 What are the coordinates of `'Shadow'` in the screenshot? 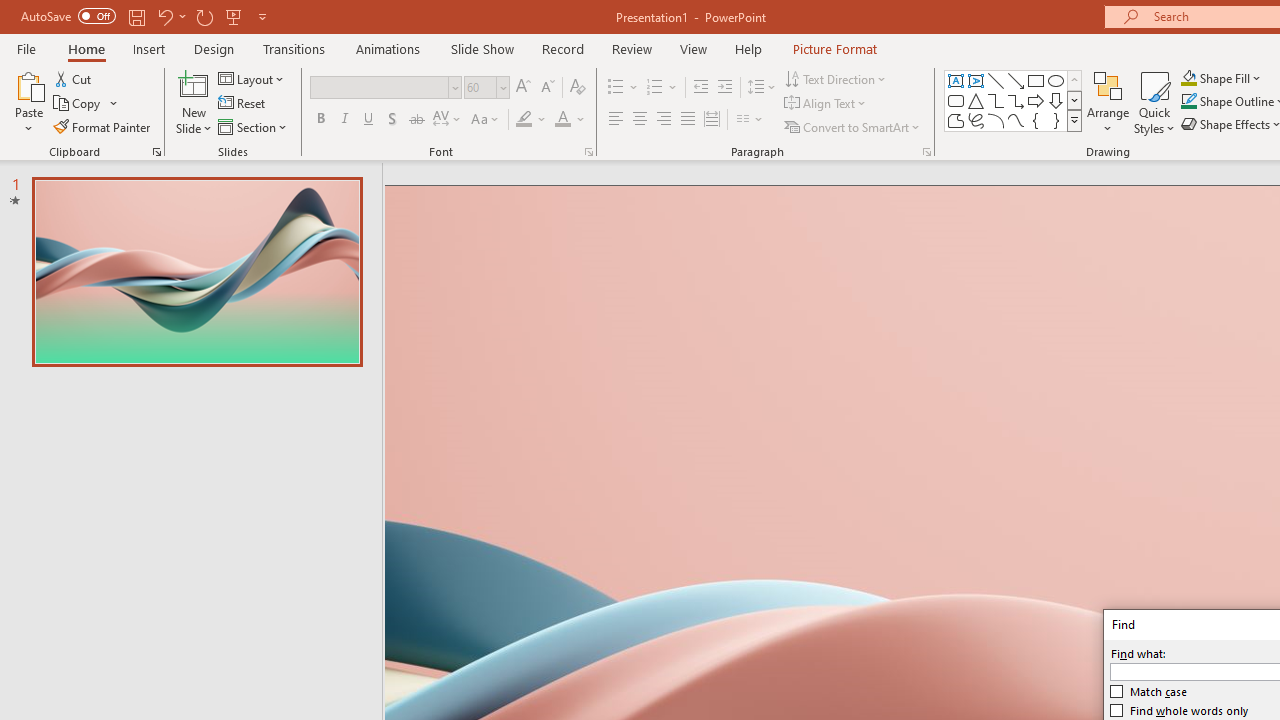 It's located at (392, 119).